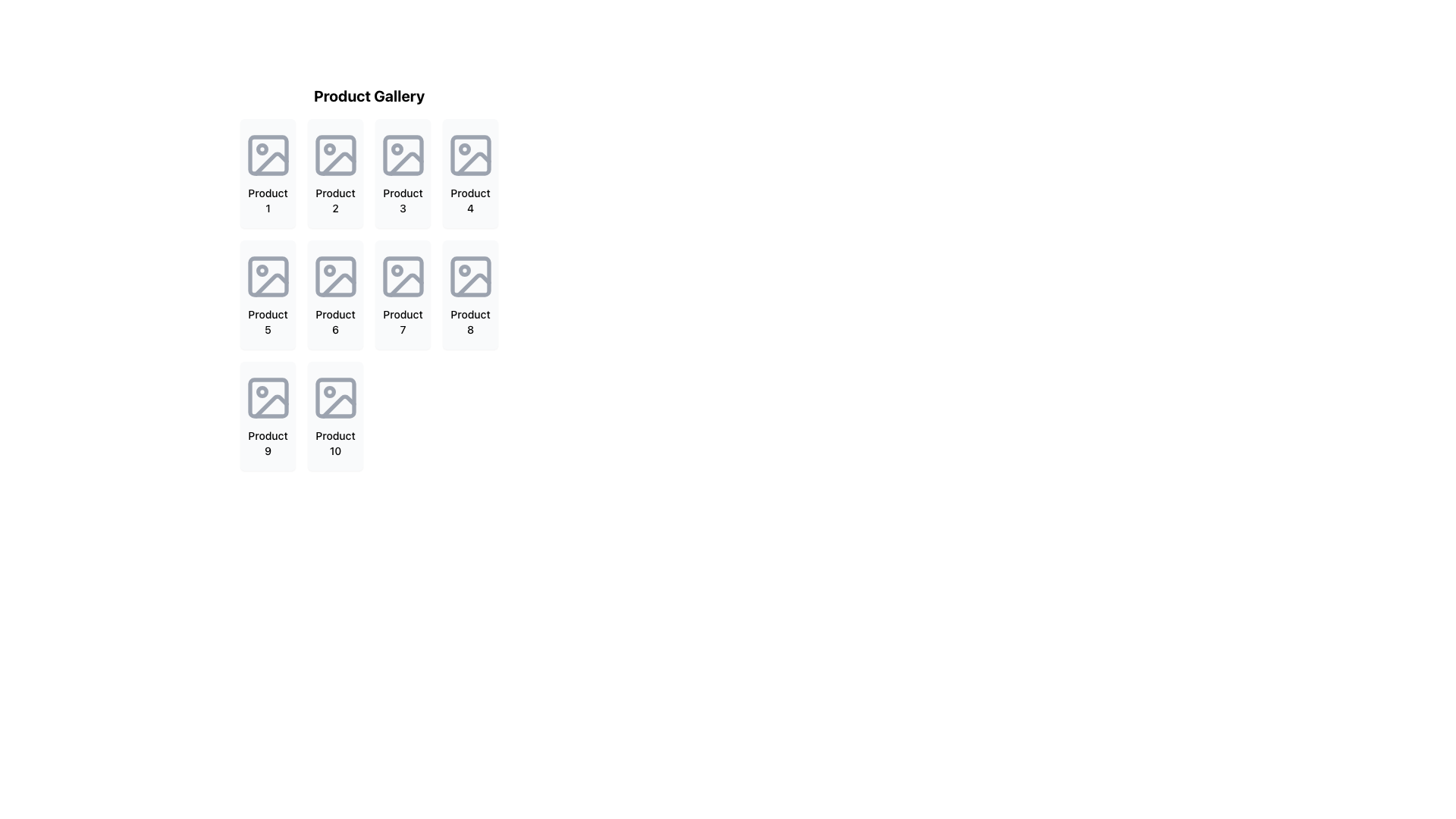 The image size is (1456, 819). I want to click on the Text Label displaying 'Product 10', which is located beneath the image icon in the lower section of its card, so click(334, 444).